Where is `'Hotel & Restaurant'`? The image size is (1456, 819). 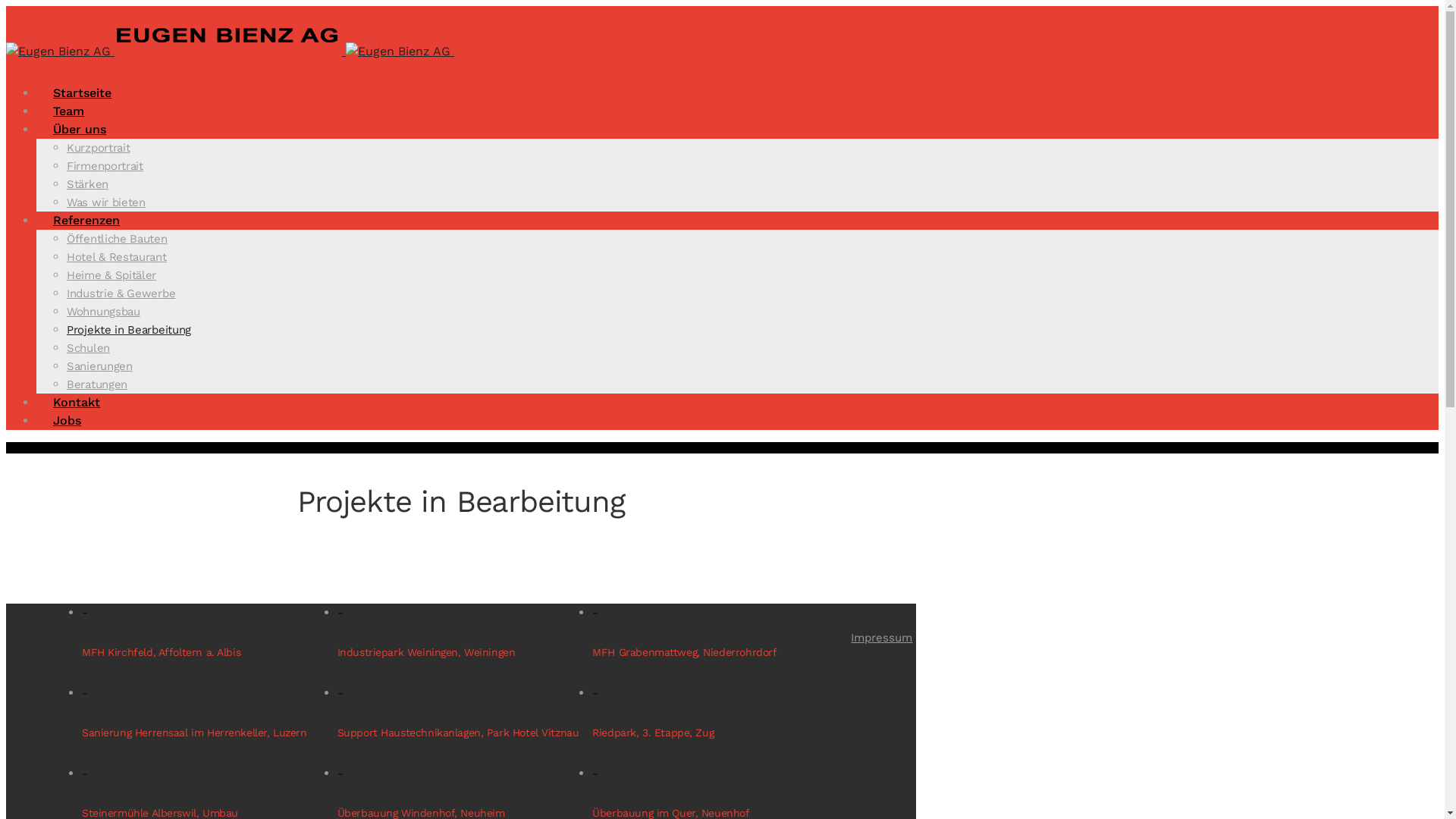
'Hotel & Restaurant' is located at coordinates (115, 256).